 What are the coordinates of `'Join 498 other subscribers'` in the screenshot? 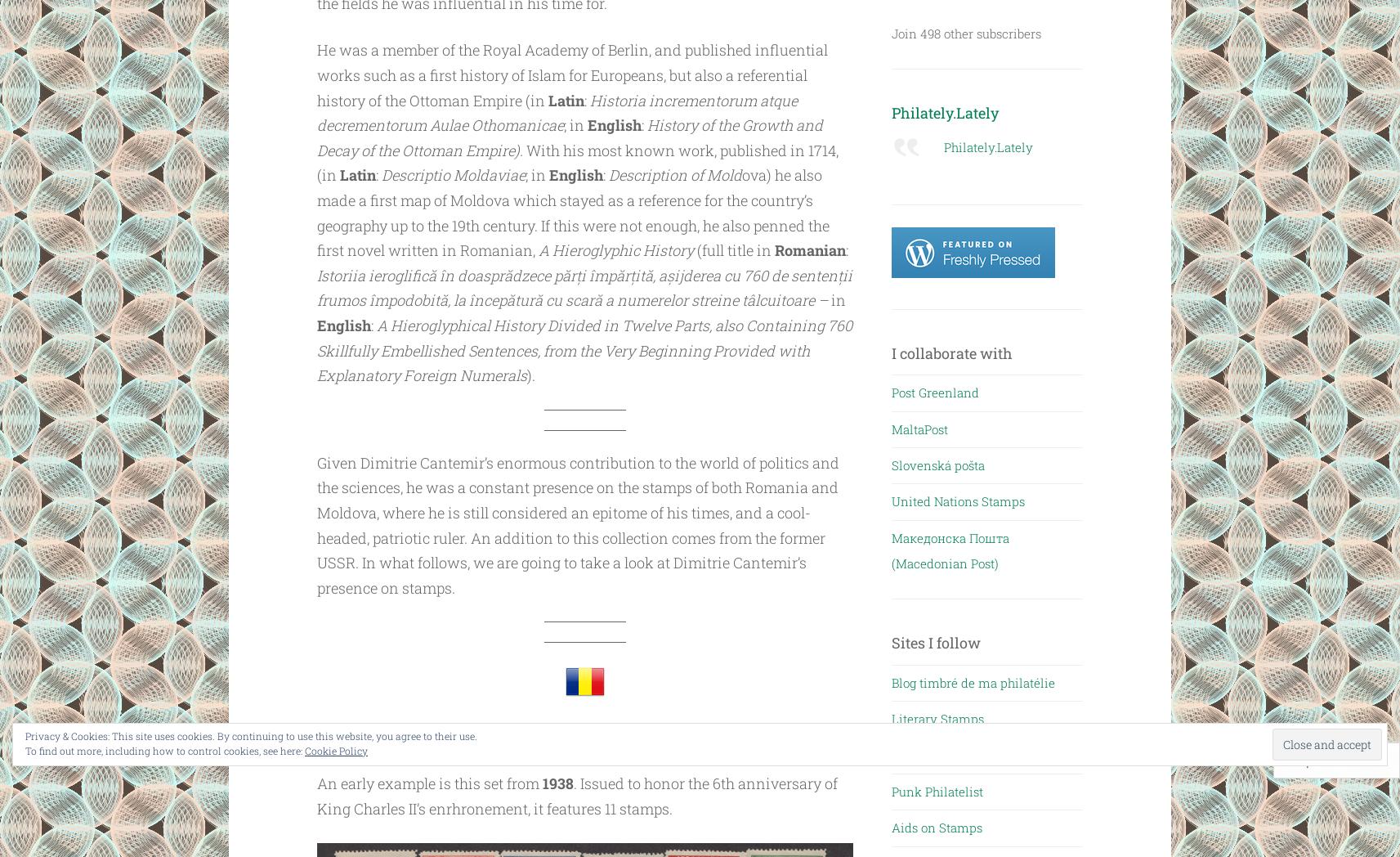 It's located at (889, 32).